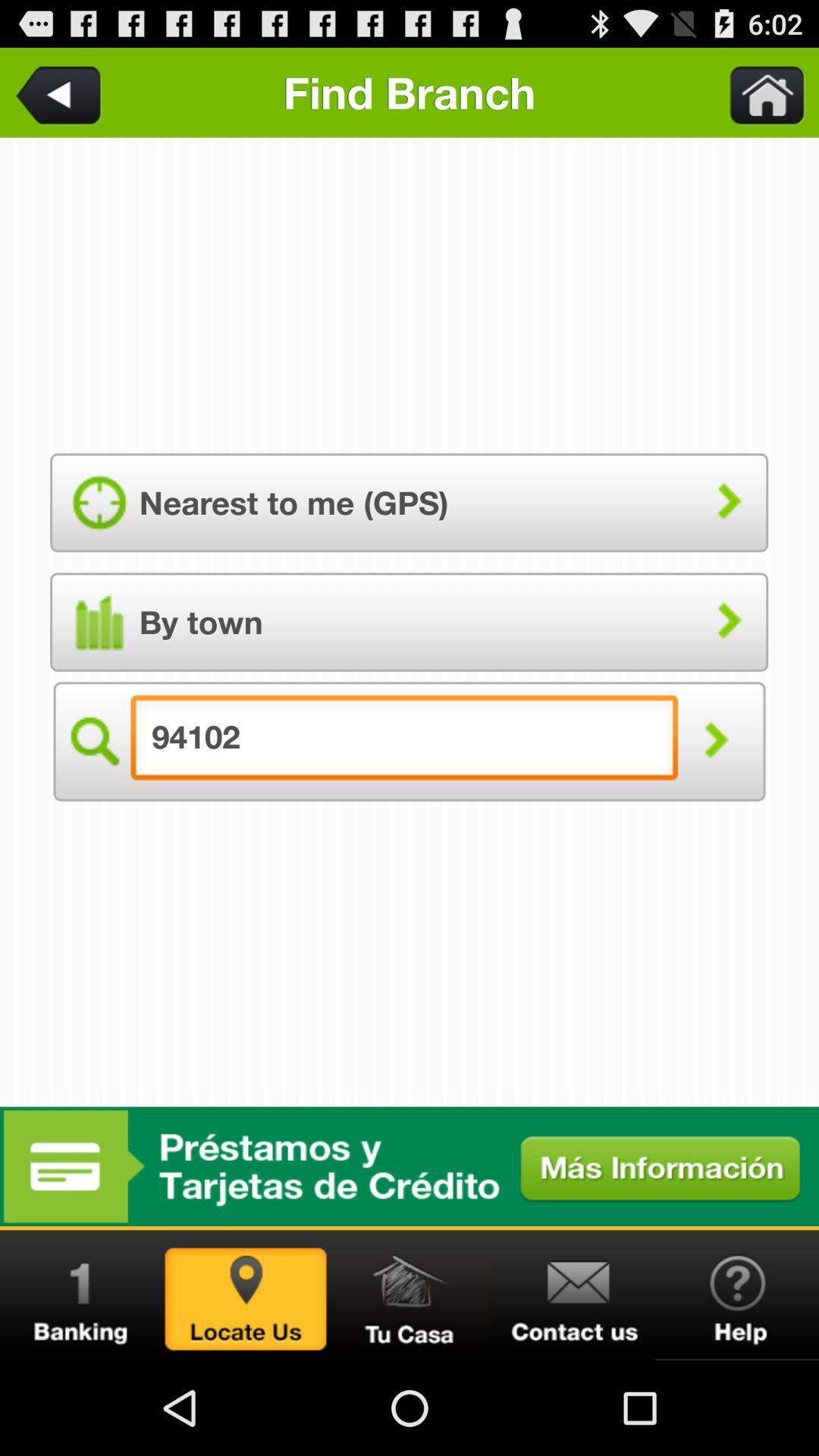 The height and width of the screenshot is (1456, 819). Describe the element at coordinates (573, 1386) in the screenshot. I see `the email icon` at that location.